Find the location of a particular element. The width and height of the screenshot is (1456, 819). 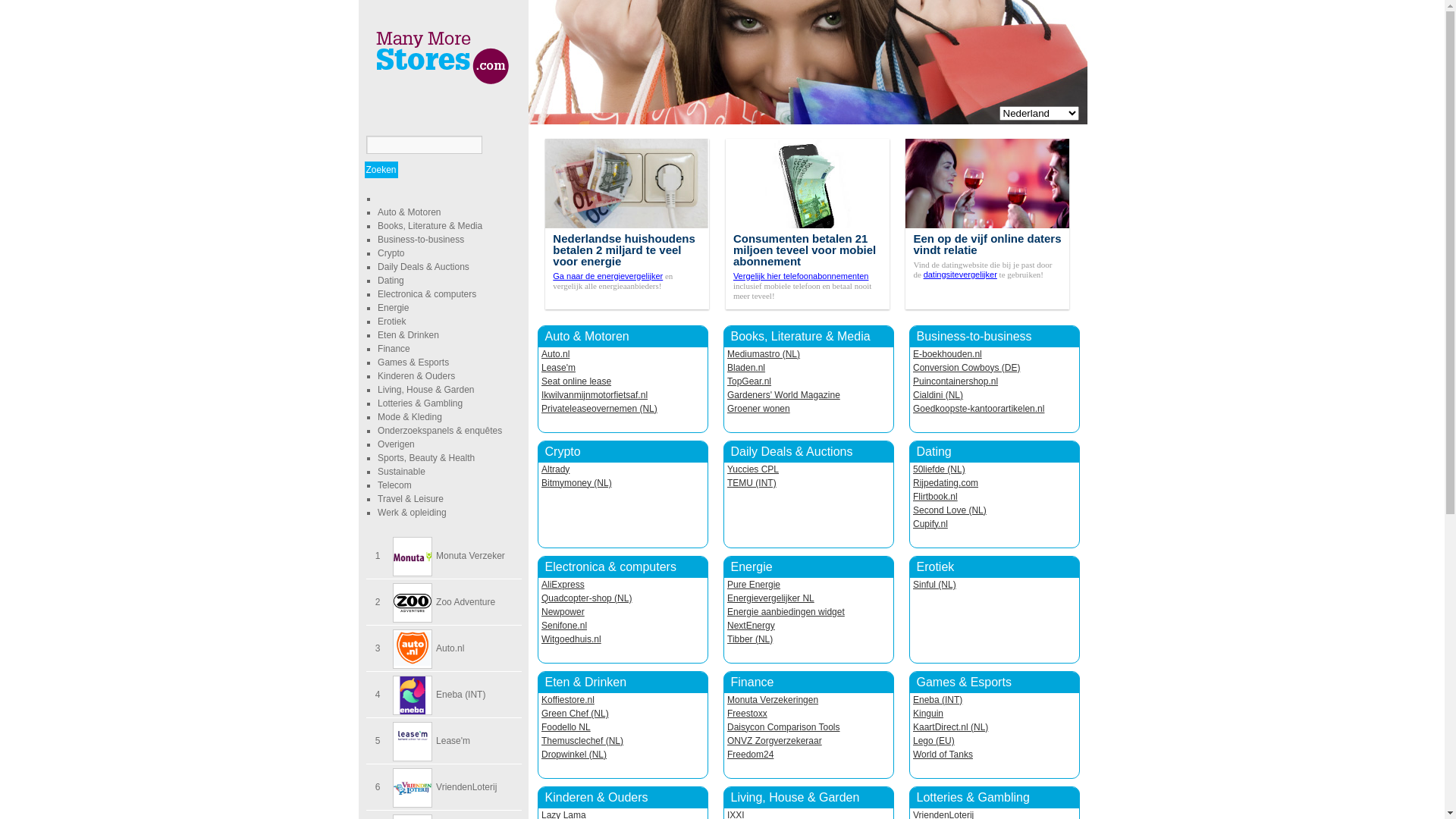

'Seat online lease' is located at coordinates (575, 380).